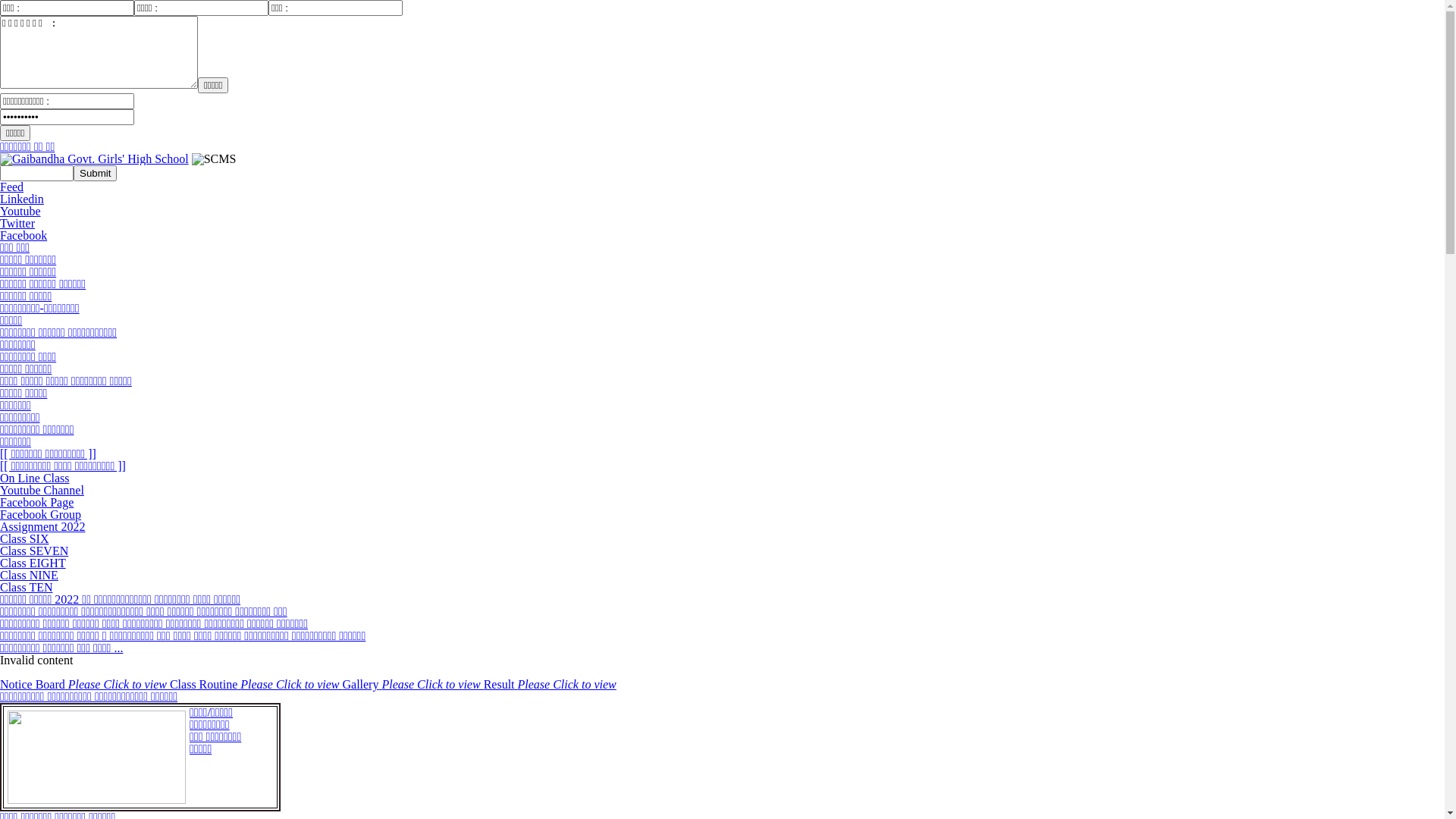  What do you see at coordinates (11, 186) in the screenshot?
I see `'Feed'` at bounding box center [11, 186].